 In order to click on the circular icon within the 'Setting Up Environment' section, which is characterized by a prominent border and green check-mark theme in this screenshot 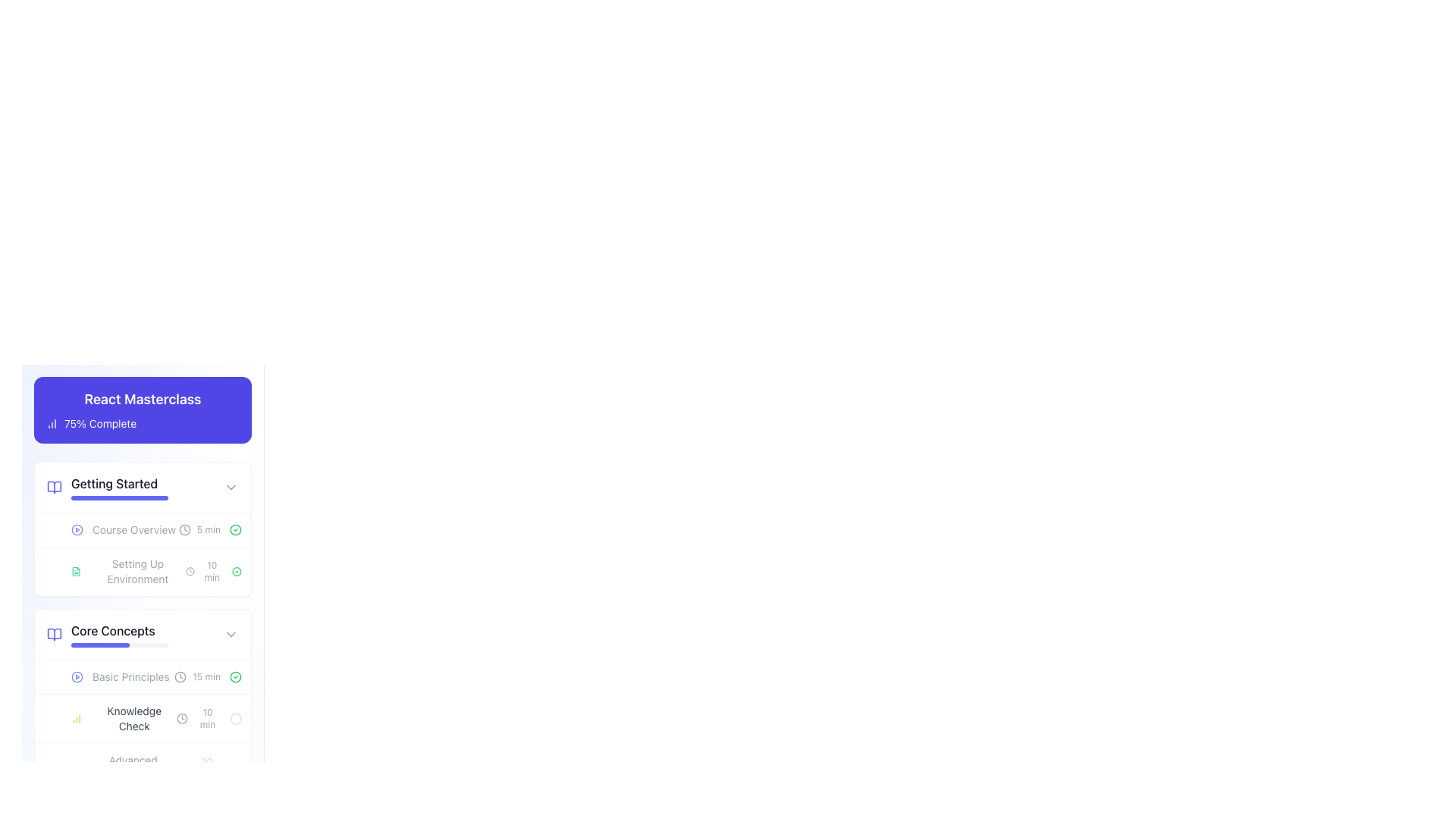, I will do `click(236, 571)`.